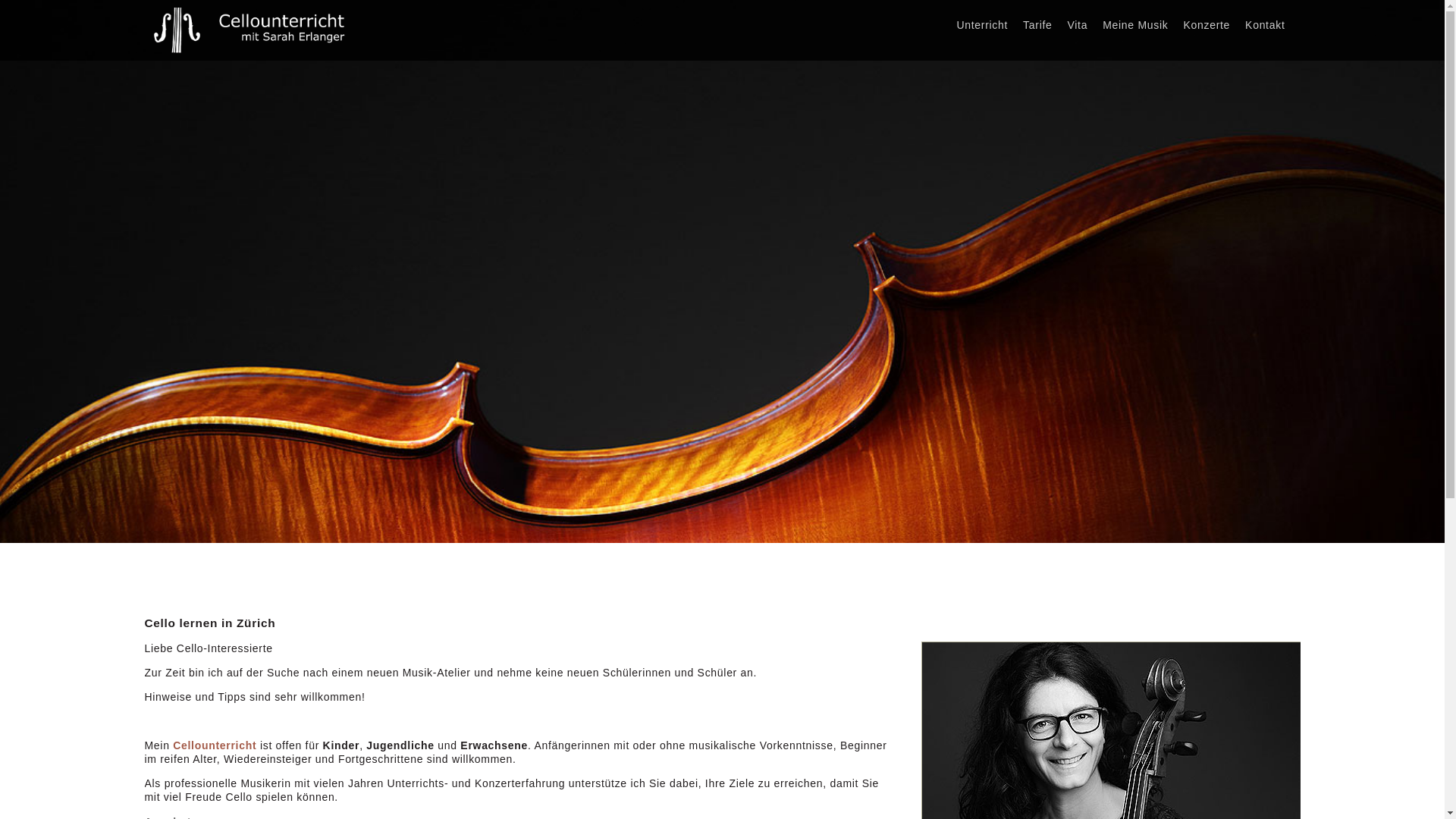 The image size is (1456, 819). I want to click on 'Vita', so click(1077, 25).